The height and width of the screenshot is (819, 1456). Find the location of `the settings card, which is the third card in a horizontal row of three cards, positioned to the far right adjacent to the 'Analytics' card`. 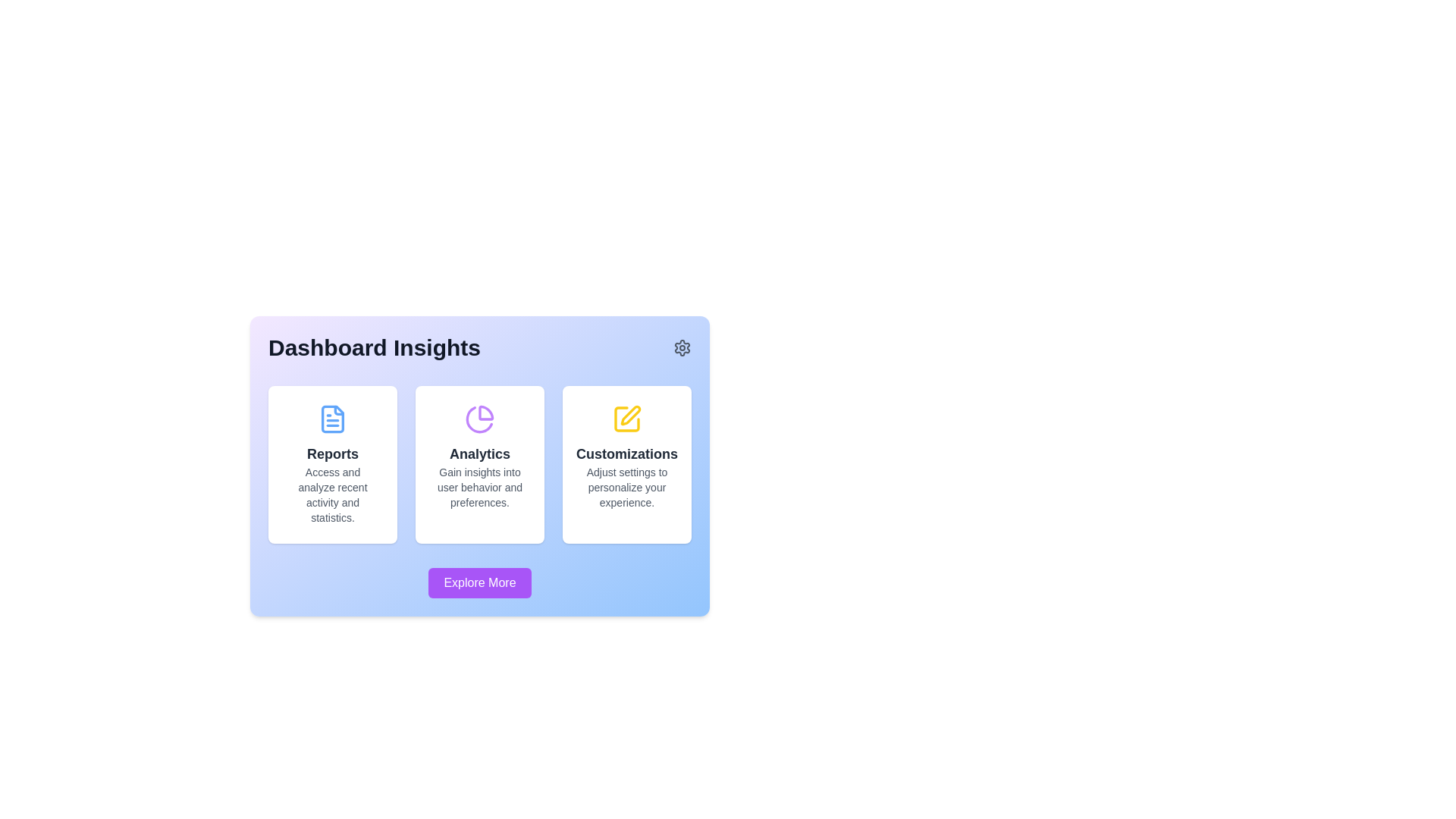

the settings card, which is the third card in a horizontal row of three cards, positioned to the far right adjacent to the 'Analytics' card is located at coordinates (626, 464).